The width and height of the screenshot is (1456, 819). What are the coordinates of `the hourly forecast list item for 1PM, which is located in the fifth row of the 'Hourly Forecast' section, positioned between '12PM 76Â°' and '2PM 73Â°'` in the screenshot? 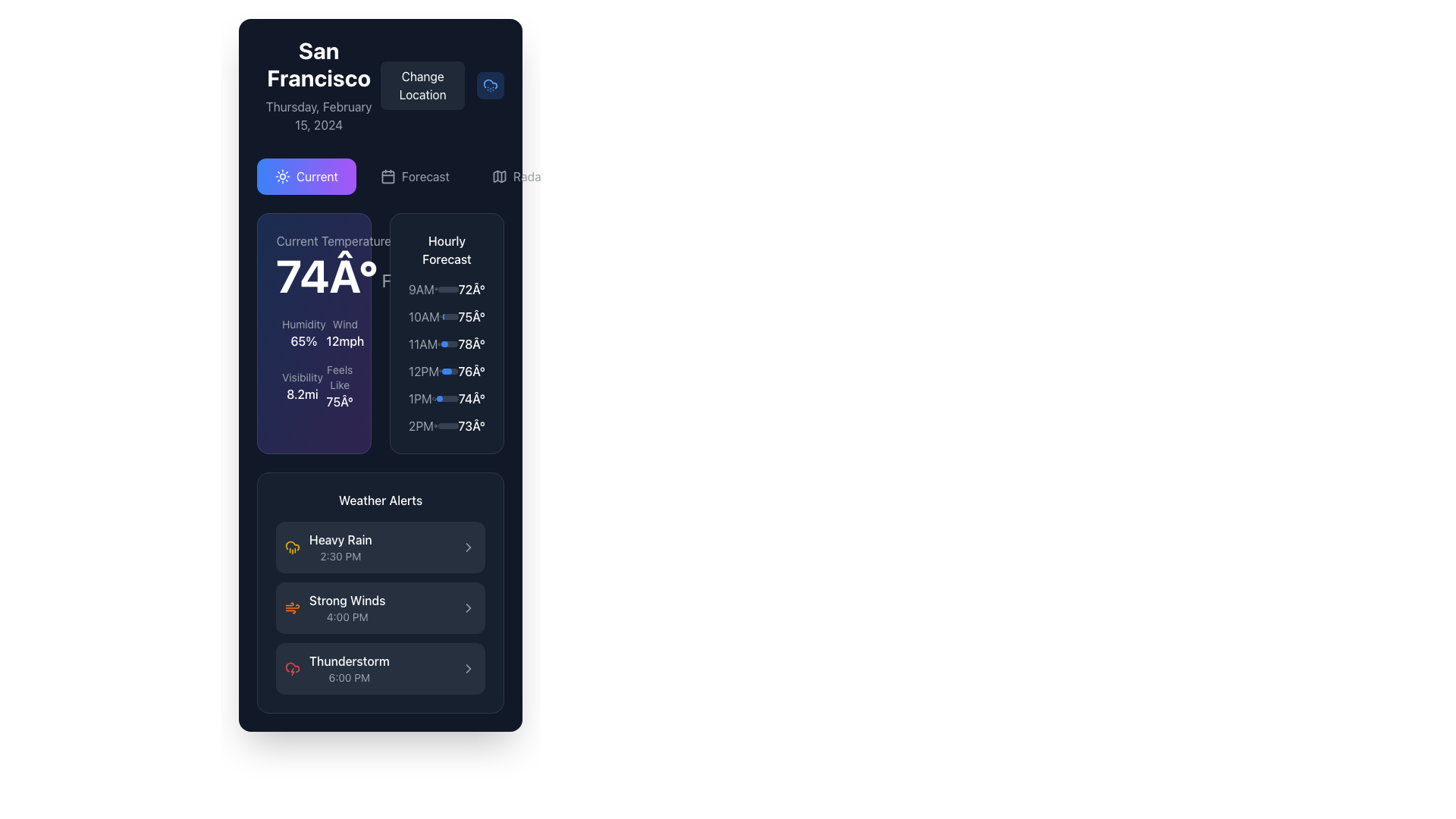 It's located at (446, 397).